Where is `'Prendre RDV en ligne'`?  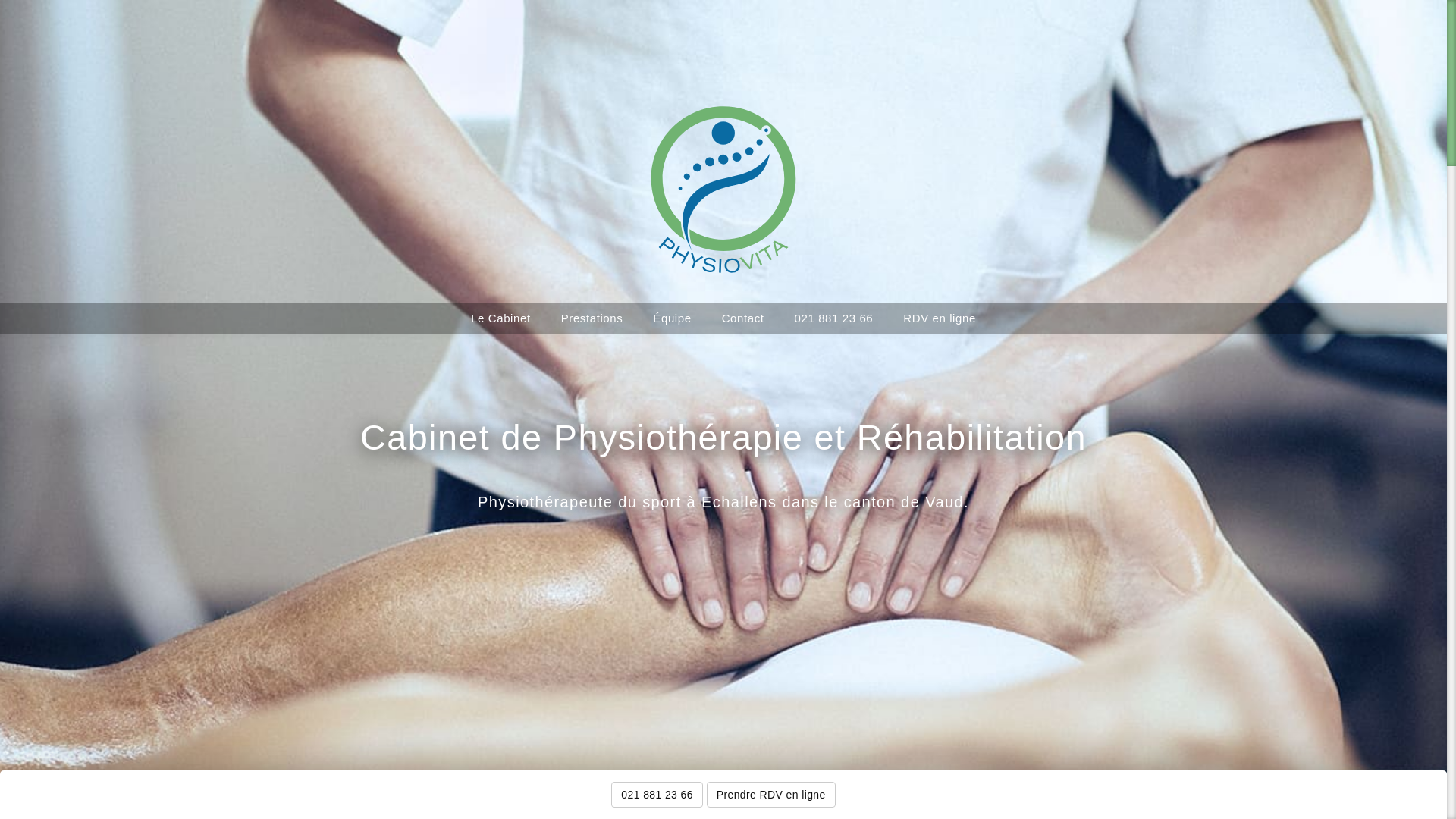 'Prendre RDV en ligne' is located at coordinates (771, 794).